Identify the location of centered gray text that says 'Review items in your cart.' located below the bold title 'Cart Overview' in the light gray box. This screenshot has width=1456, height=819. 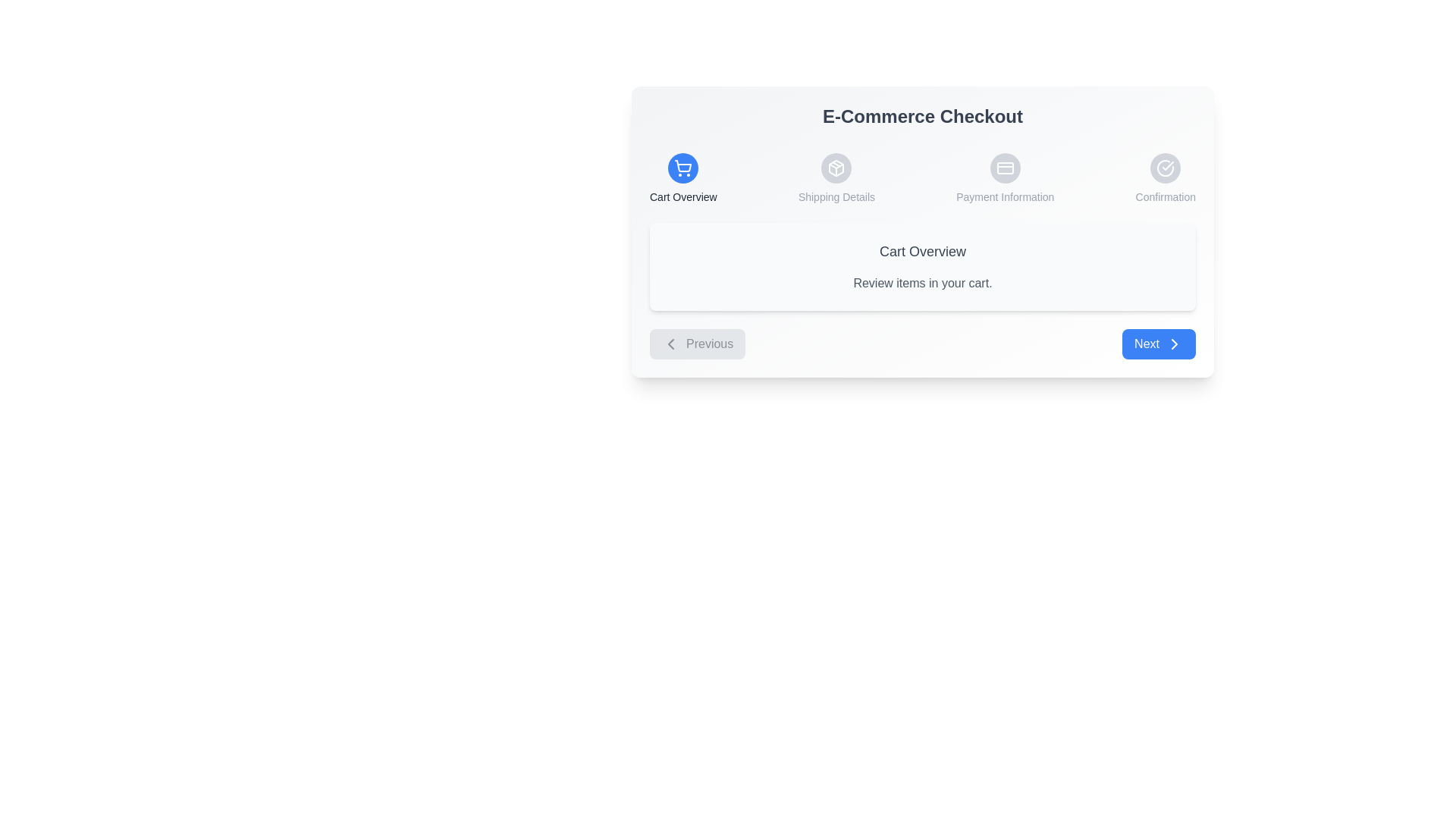
(922, 284).